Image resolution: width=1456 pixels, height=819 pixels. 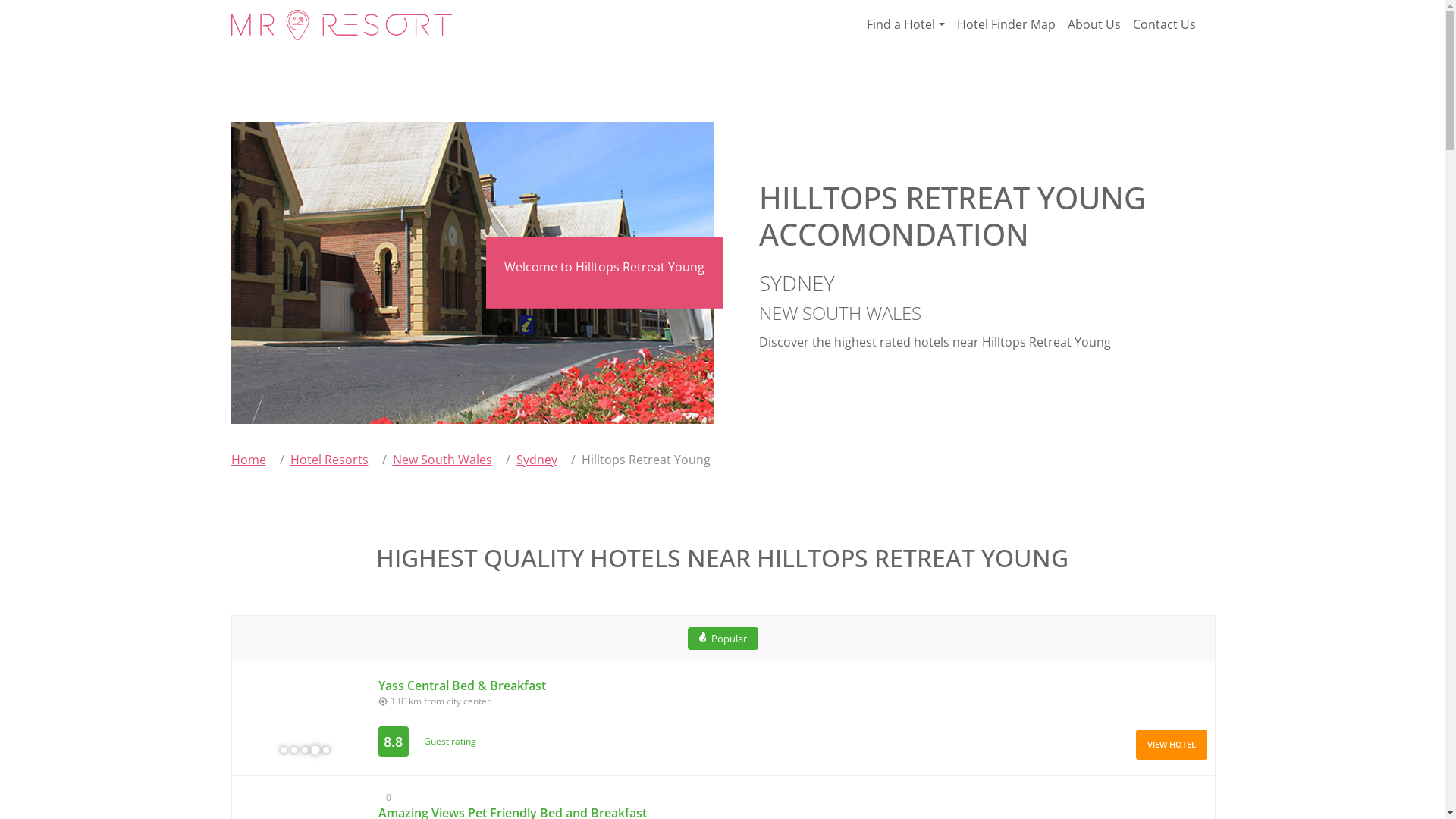 What do you see at coordinates (441, 458) in the screenshot?
I see `'New South Wales'` at bounding box center [441, 458].